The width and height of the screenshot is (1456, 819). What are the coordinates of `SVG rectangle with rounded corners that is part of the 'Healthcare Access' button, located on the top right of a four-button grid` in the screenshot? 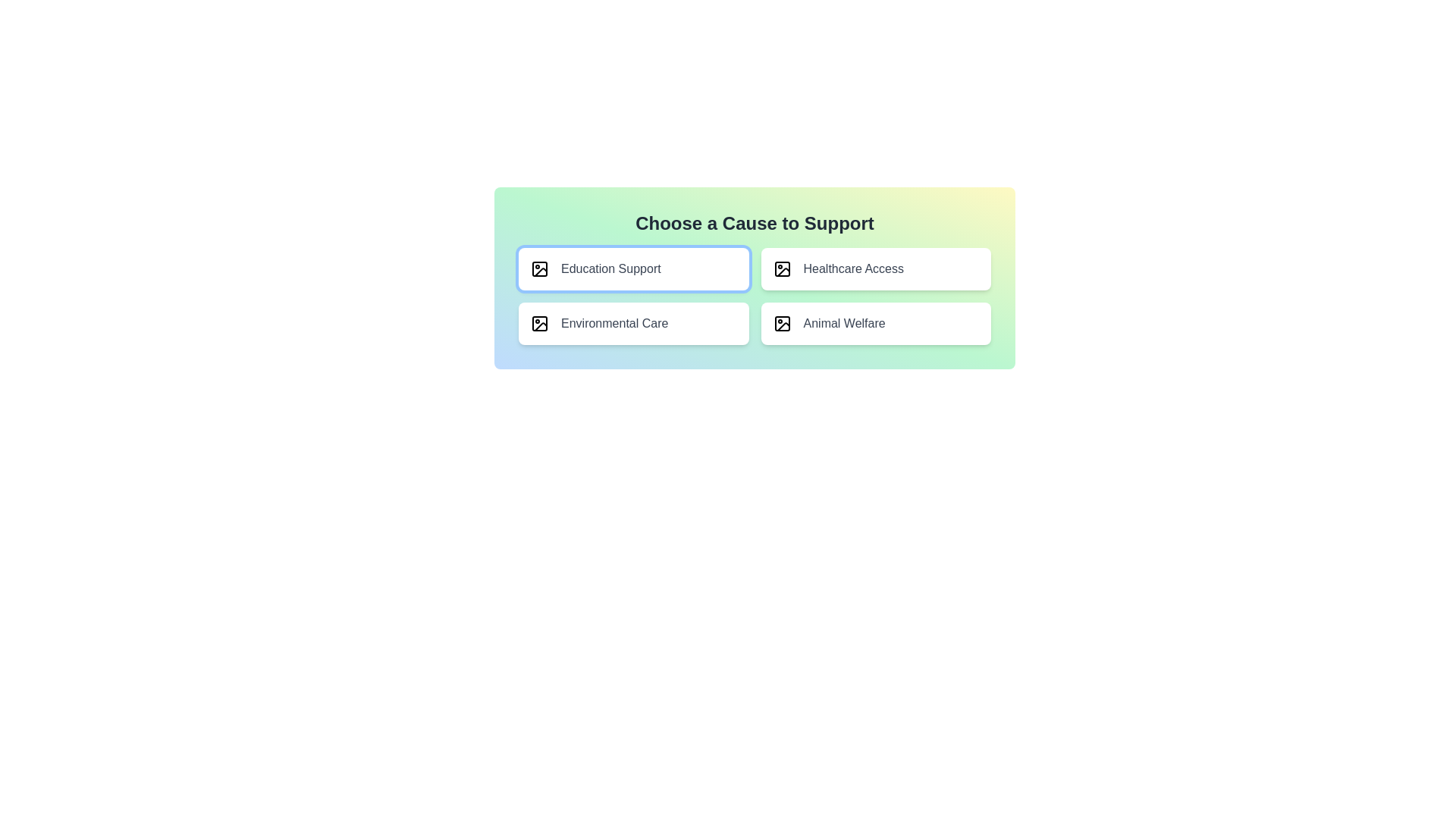 It's located at (782, 268).